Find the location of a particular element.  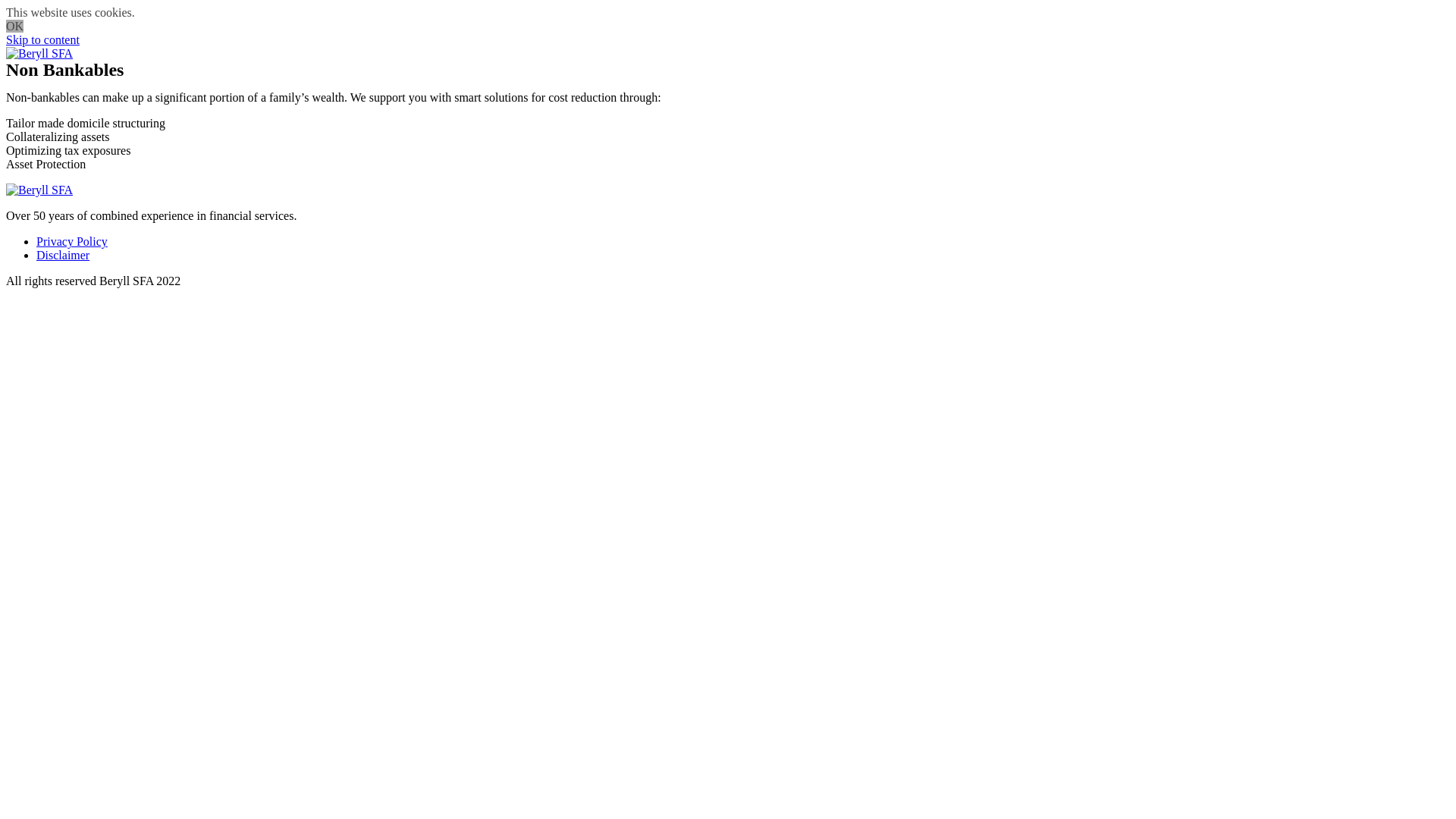

'Disclaimer' is located at coordinates (61, 254).